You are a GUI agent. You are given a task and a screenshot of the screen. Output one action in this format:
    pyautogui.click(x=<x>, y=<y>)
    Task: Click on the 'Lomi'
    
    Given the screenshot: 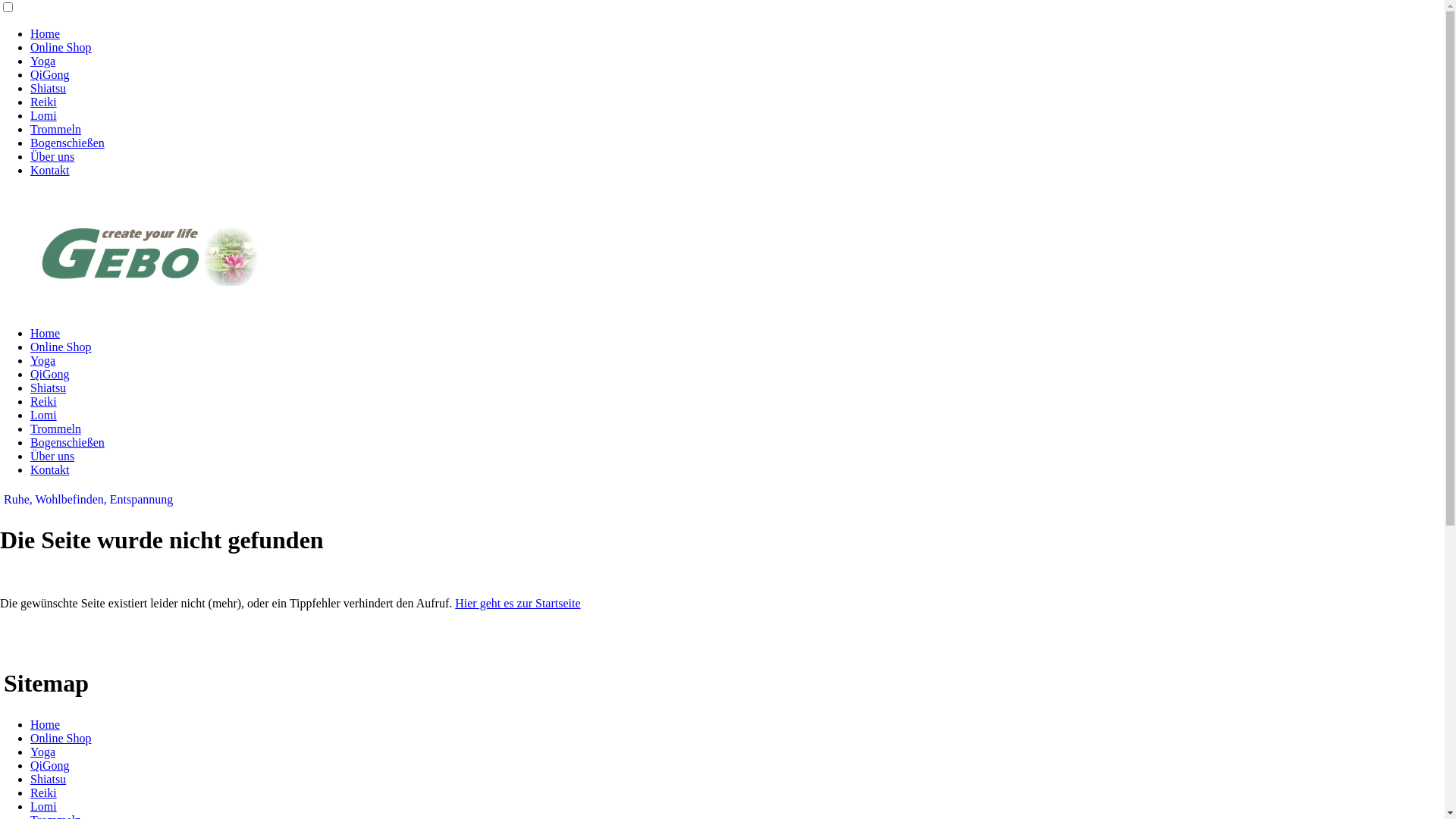 What is the action you would take?
    pyautogui.click(x=30, y=805)
    